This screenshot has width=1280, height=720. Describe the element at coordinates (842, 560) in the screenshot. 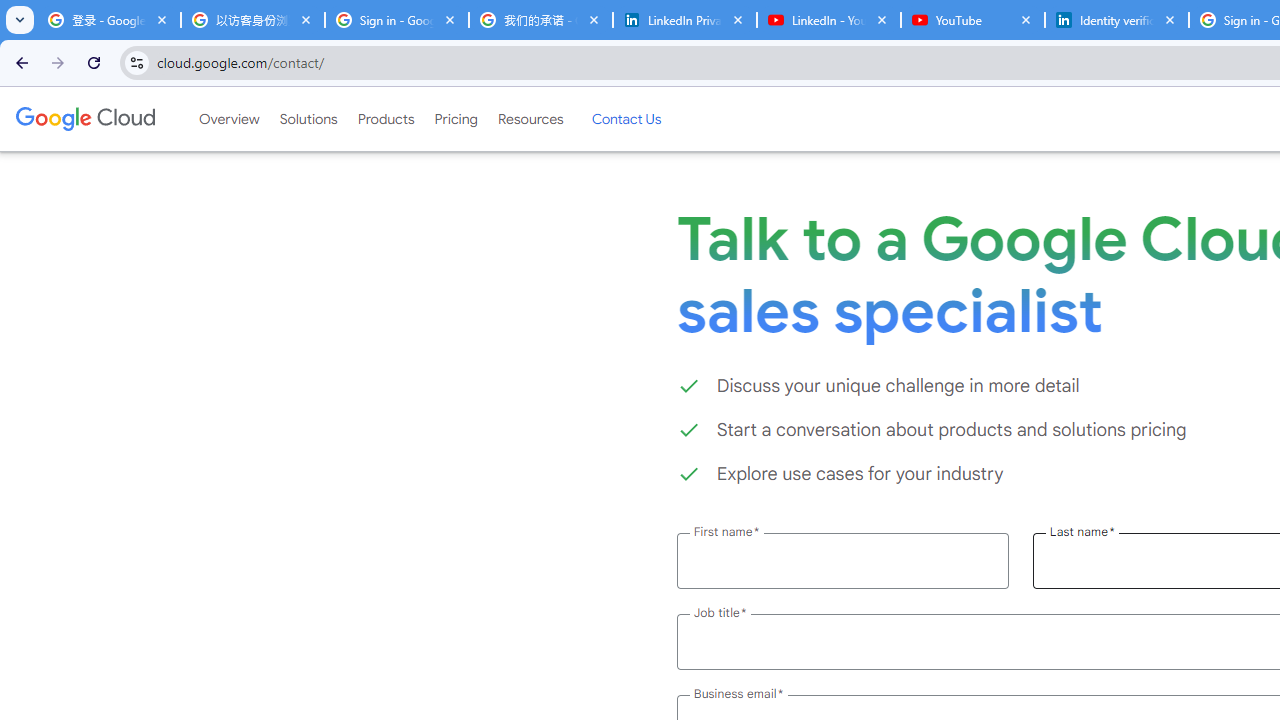

I see `'First name *'` at that location.